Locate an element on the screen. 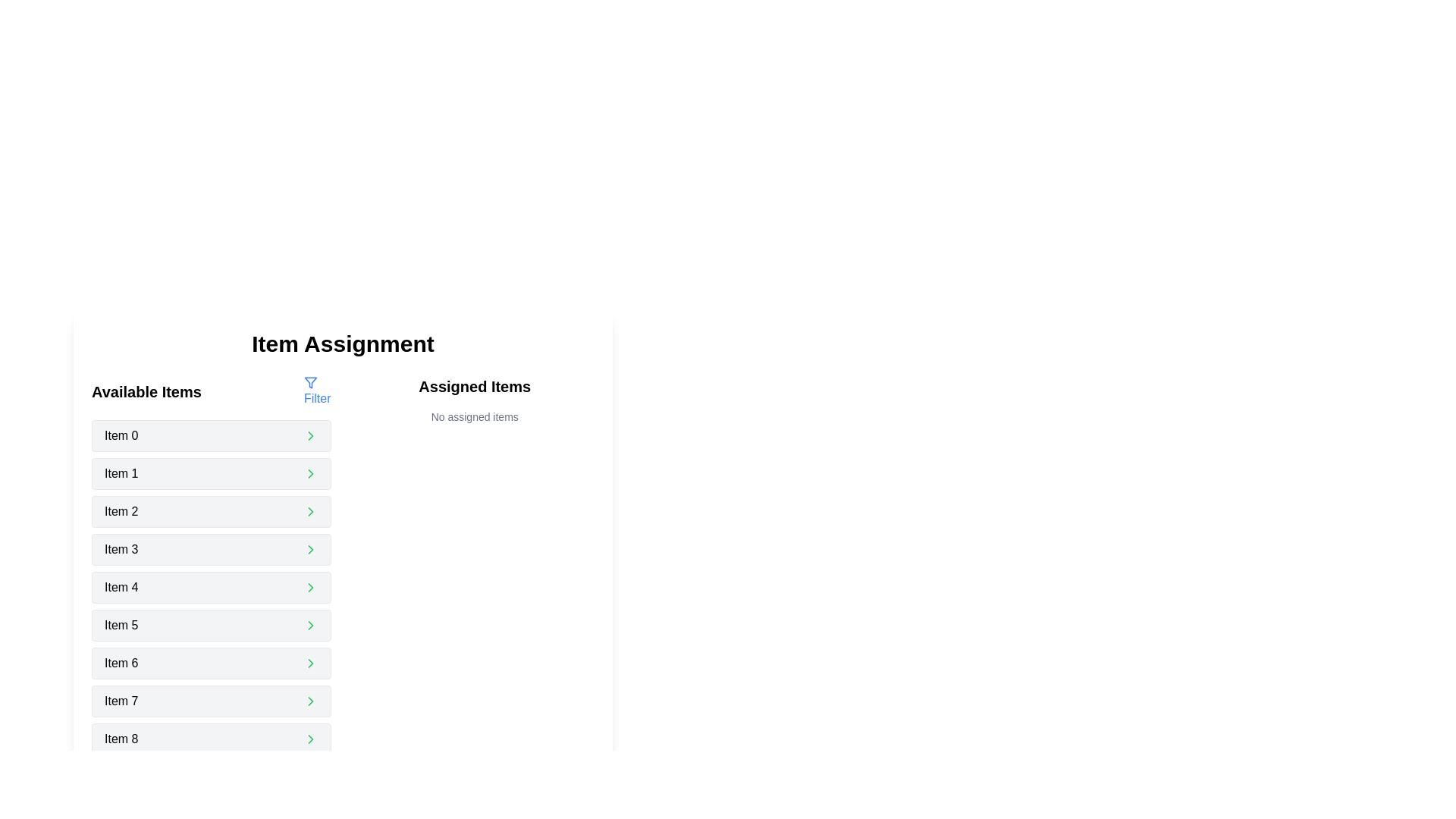 This screenshot has height=819, width=1456. the right-pointing chevron icon located at the end of the list item labeled 'Item 1' is located at coordinates (309, 472).